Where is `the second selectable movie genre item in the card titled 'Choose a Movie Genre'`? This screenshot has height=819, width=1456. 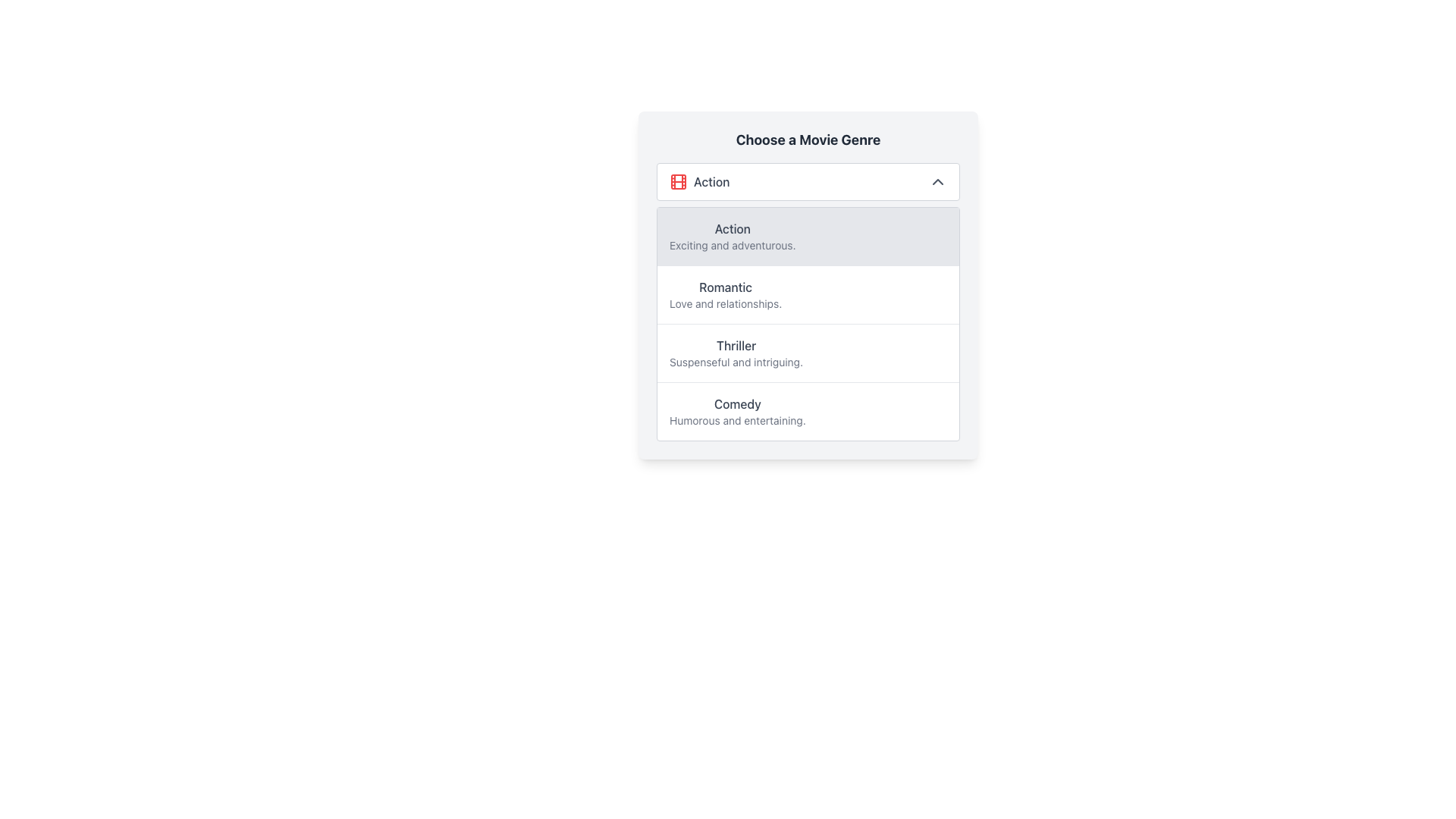 the second selectable movie genre item in the card titled 'Choose a Movie Genre' is located at coordinates (807, 285).